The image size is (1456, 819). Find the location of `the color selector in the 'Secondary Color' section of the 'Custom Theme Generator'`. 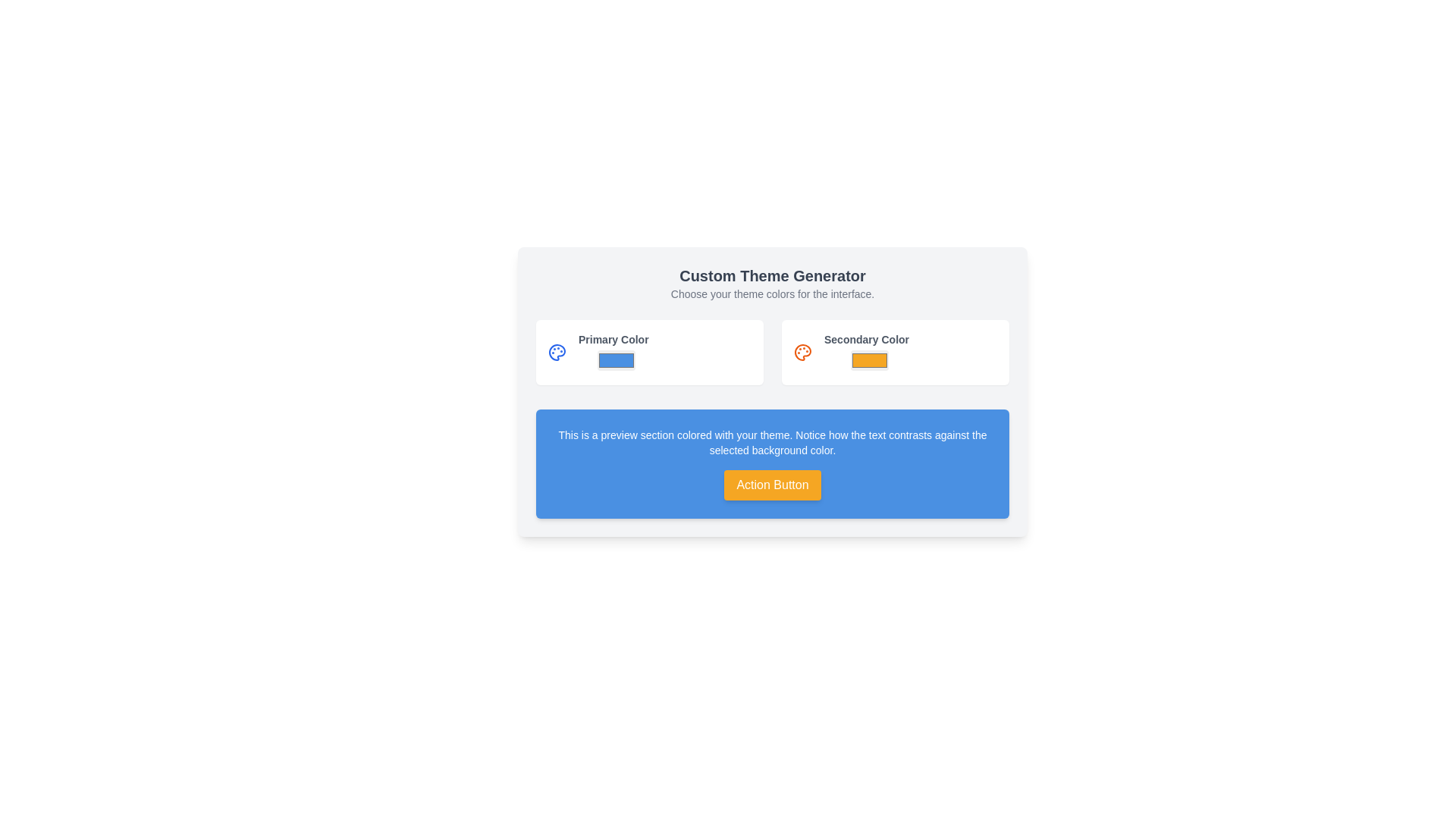

the color selector in the 'Secondary Color' section of the 'Custom Theme Generator' is located at coordinates (866, 353).